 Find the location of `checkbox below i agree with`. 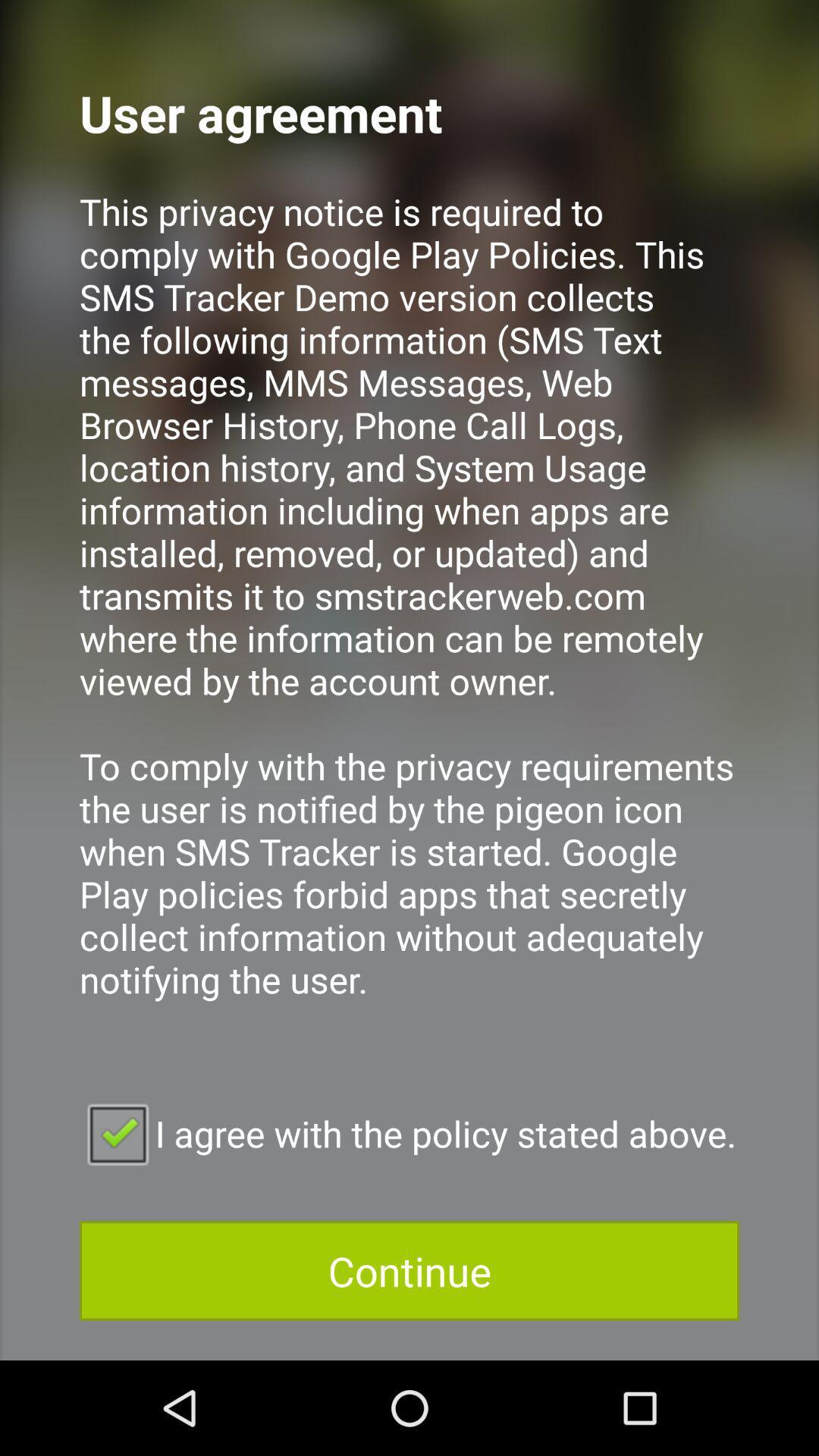

checkbox below i agree with is located at coordinates (409, 1270).